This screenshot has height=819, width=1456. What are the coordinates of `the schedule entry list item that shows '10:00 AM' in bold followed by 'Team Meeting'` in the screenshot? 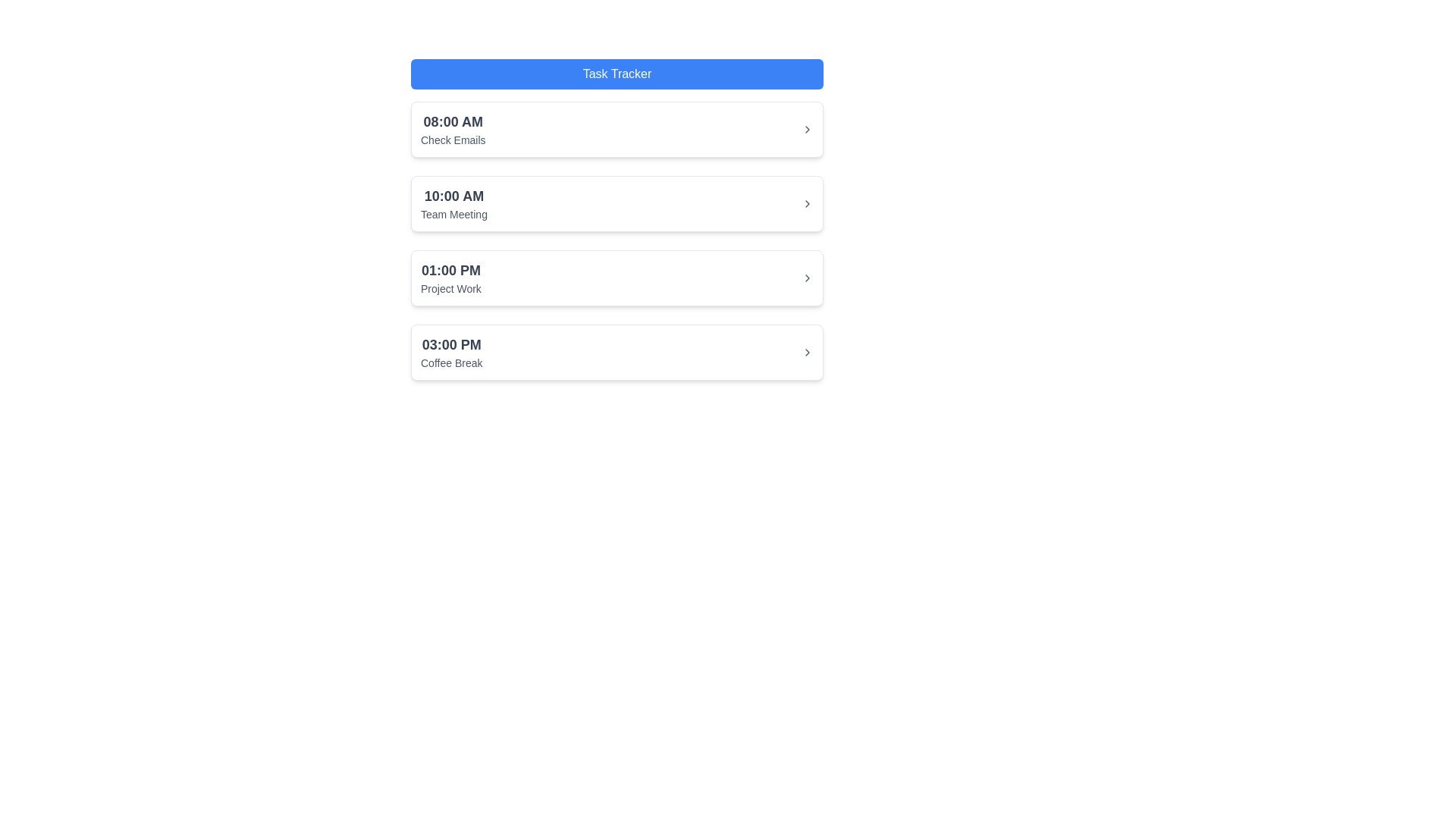 It's located at (617, 203).